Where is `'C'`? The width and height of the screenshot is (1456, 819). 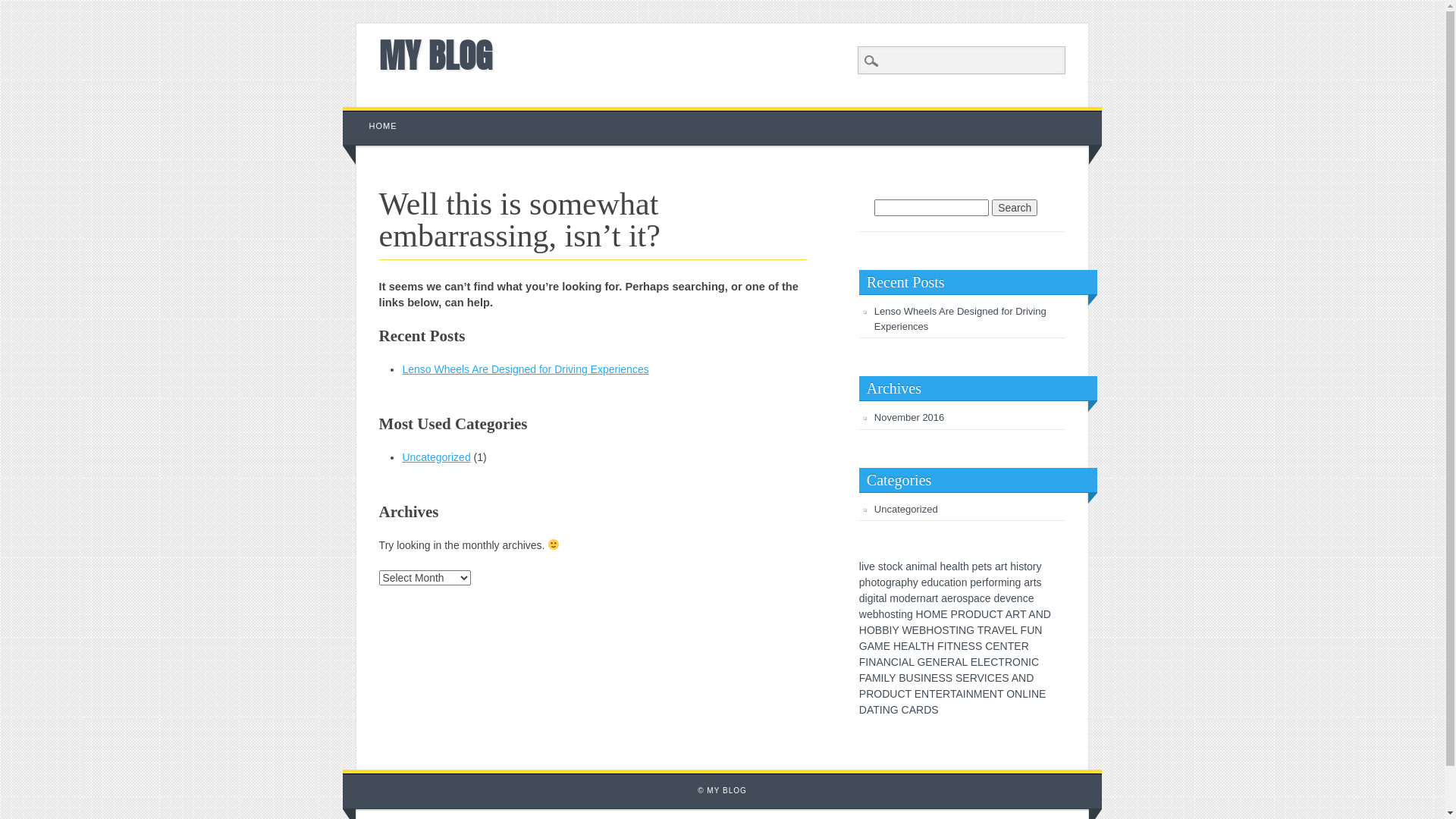 'C' is located at coordinates (989, 646).